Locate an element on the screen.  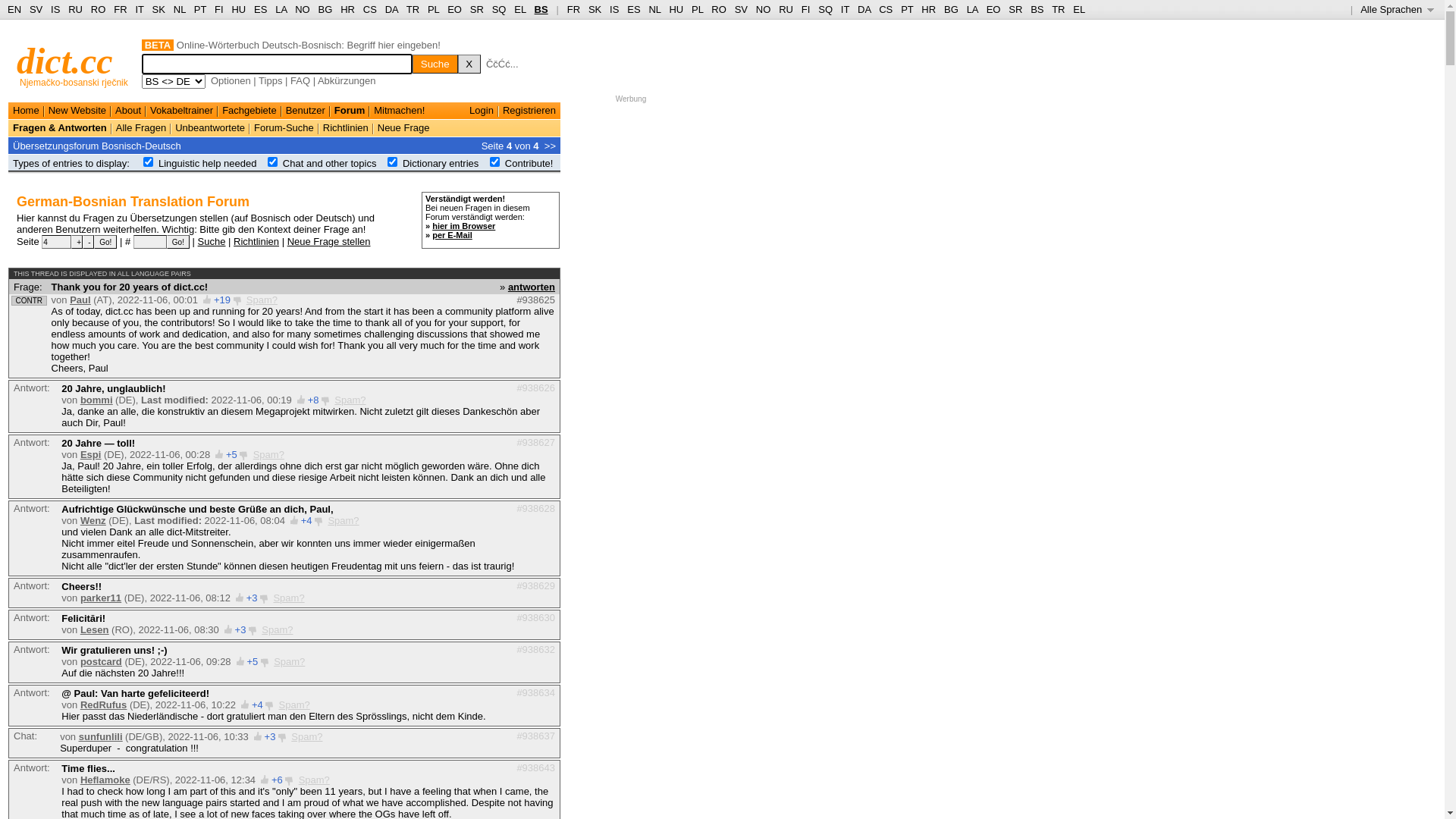
'Lesen' is located at coordinates (93, 629).